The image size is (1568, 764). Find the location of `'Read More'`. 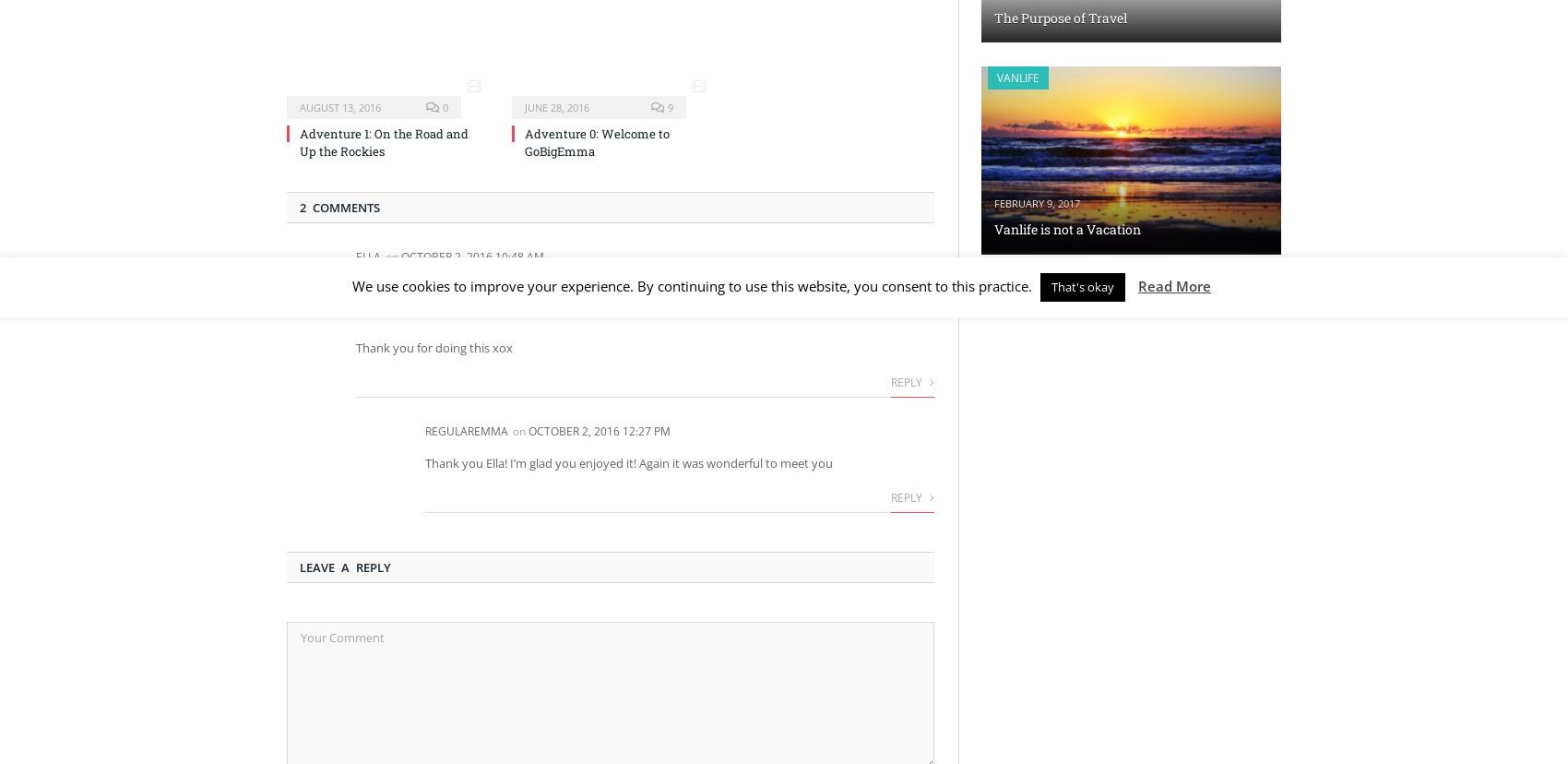

'Read More' is located at coordinates (1137, 286).